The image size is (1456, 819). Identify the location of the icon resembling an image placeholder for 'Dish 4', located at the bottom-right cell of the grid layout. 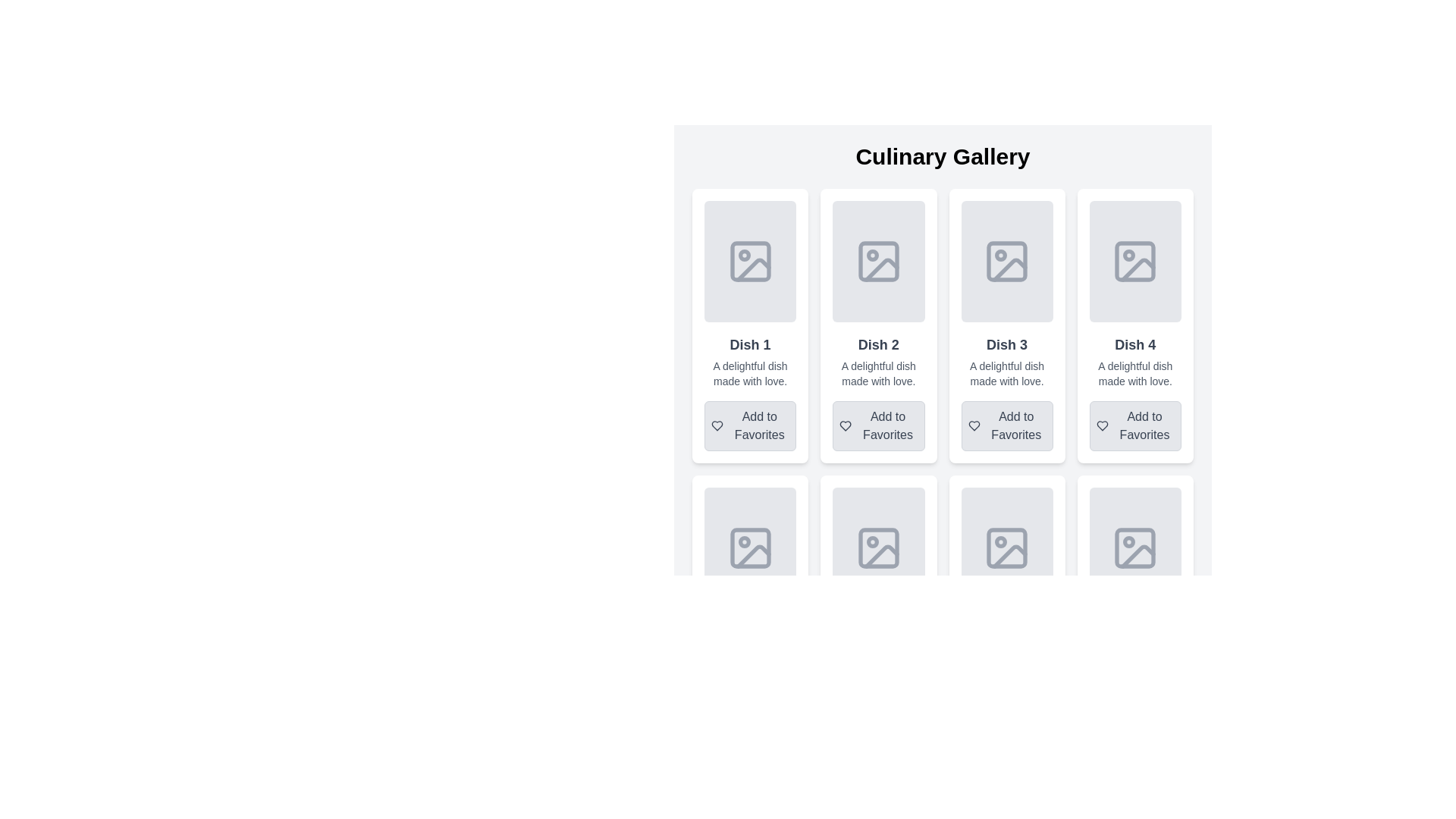
(1135, 548).